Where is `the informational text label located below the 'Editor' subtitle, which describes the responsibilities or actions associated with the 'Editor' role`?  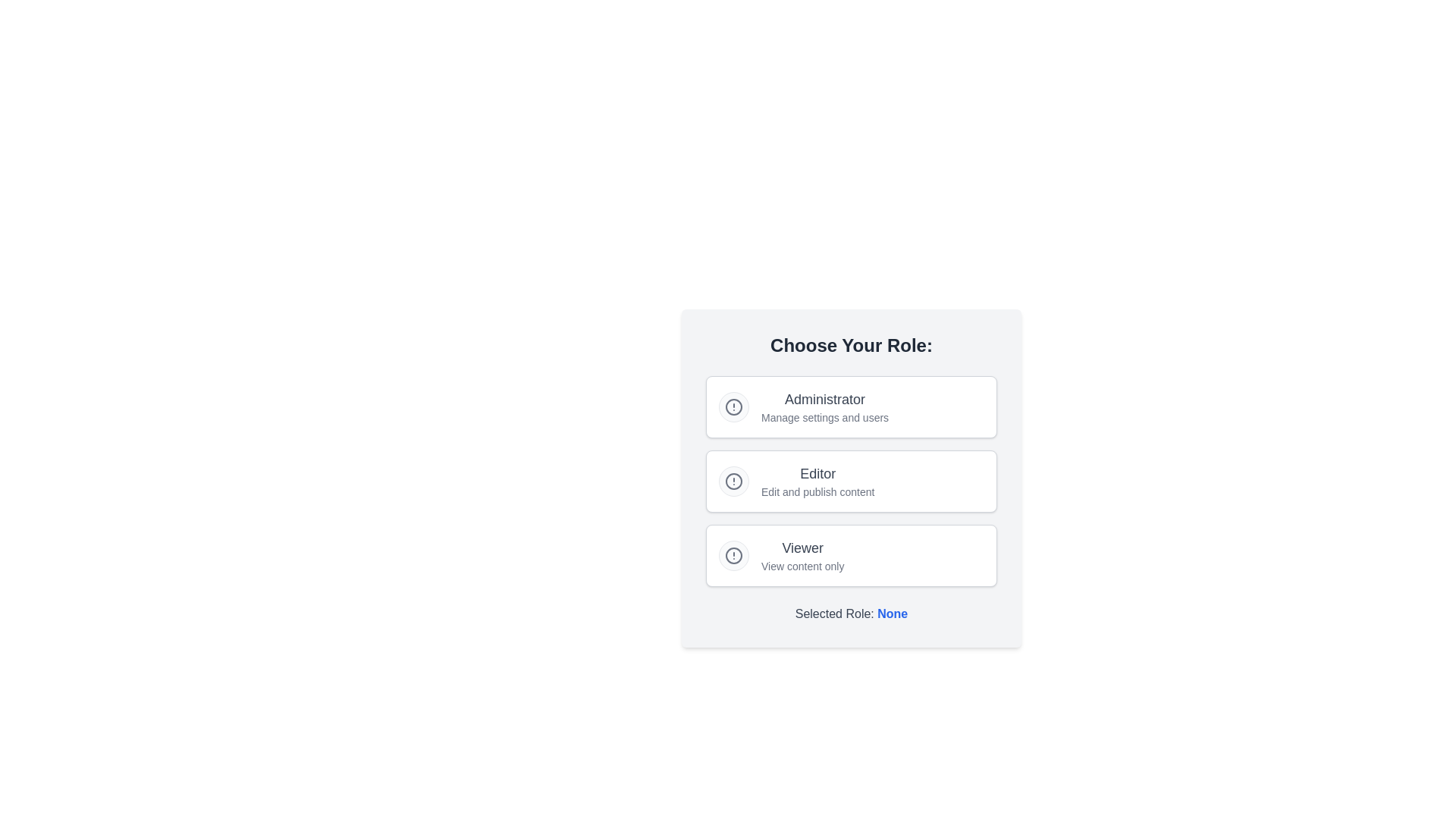 the informational text label located below the 'Editor' subtitle, which describes the responsibilities or actions associated with the 'Editor' role is located at coordinates (817, 491).